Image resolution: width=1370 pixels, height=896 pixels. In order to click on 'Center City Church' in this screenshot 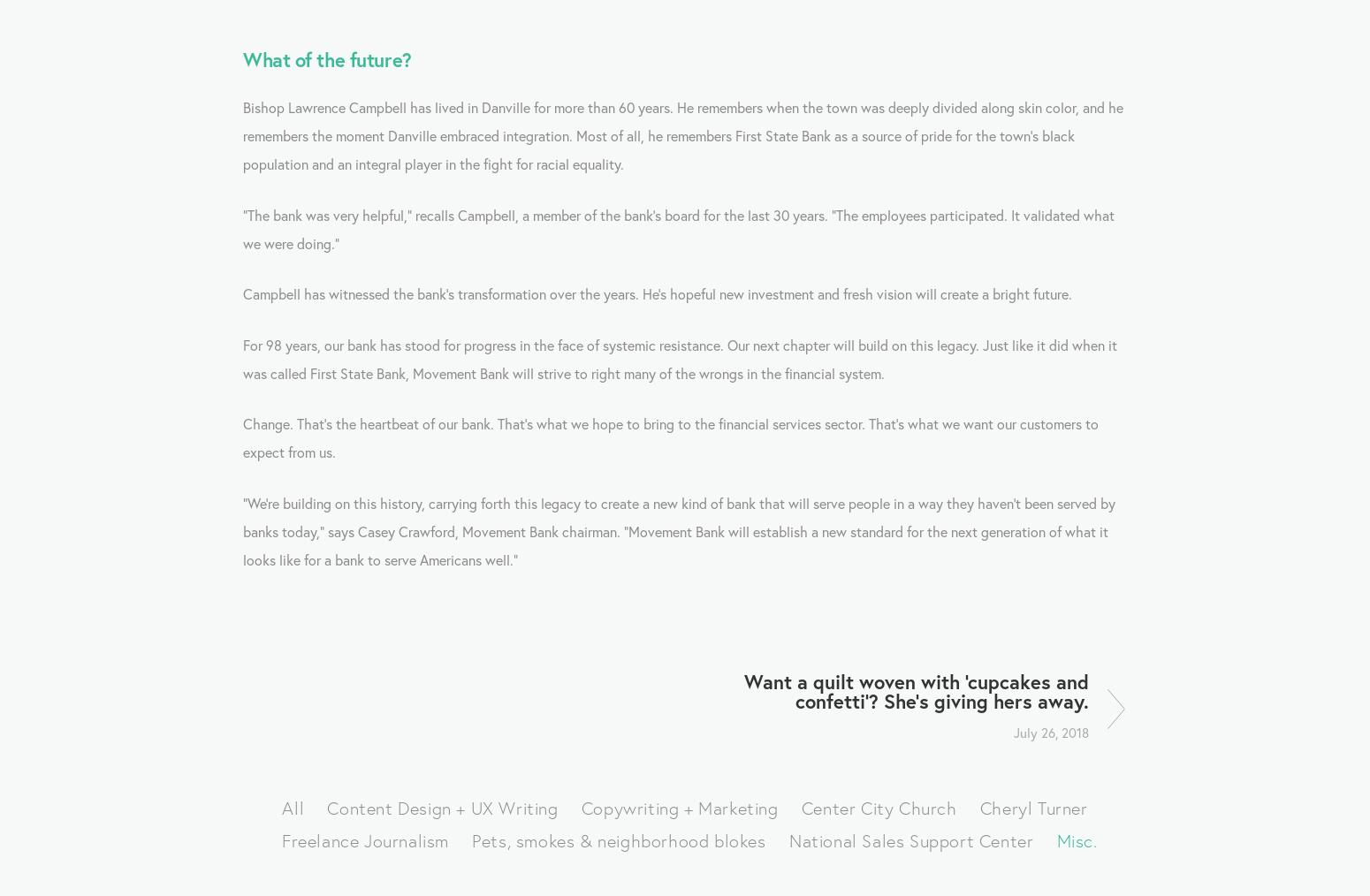, I will do `click(878, 806)`.